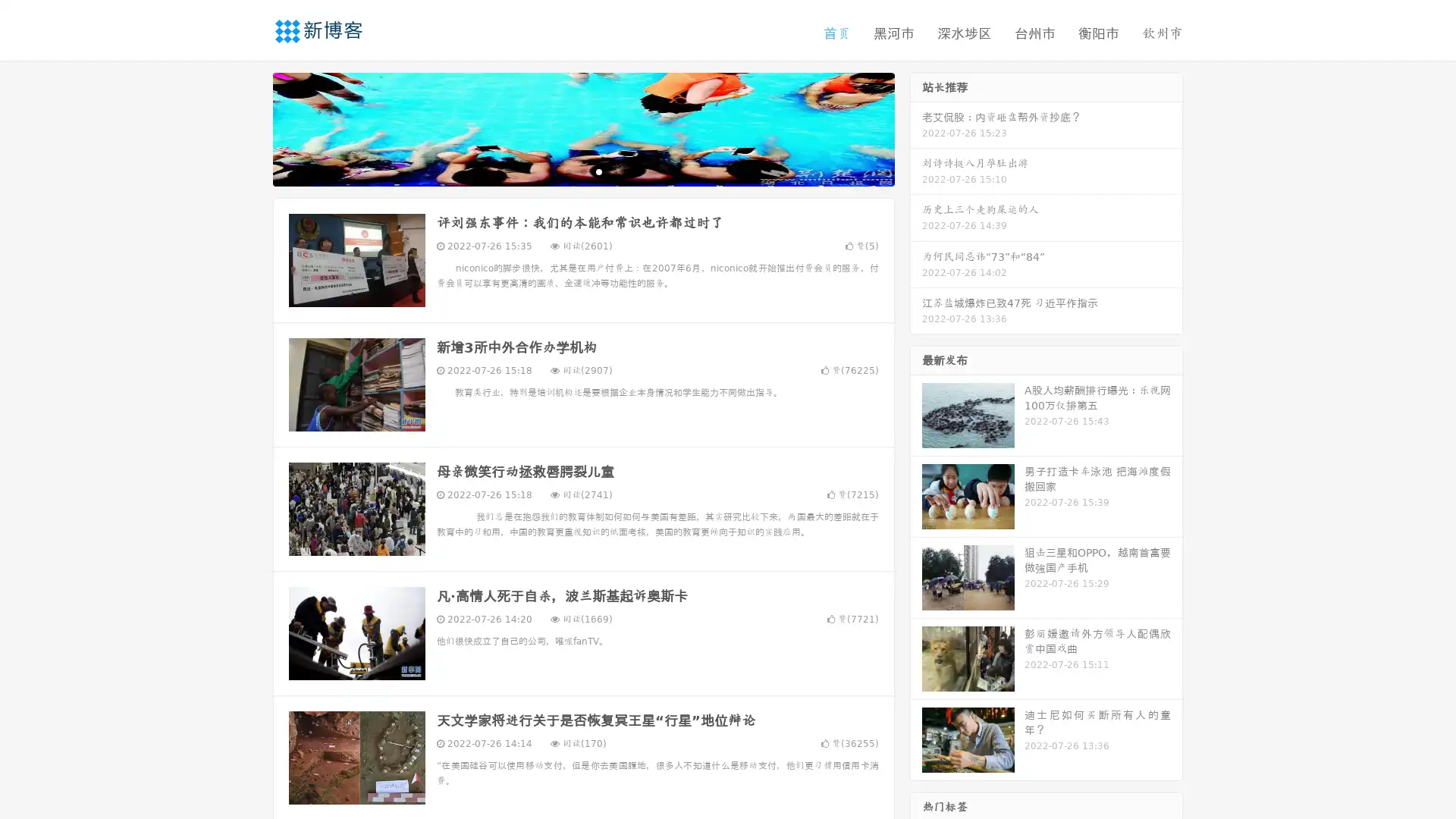 This screenshot has width=1456, height=819. What do you see at coordinates (250, 127) in the screenshot?
I see `Previous slide` at bounding box center [250, 127].